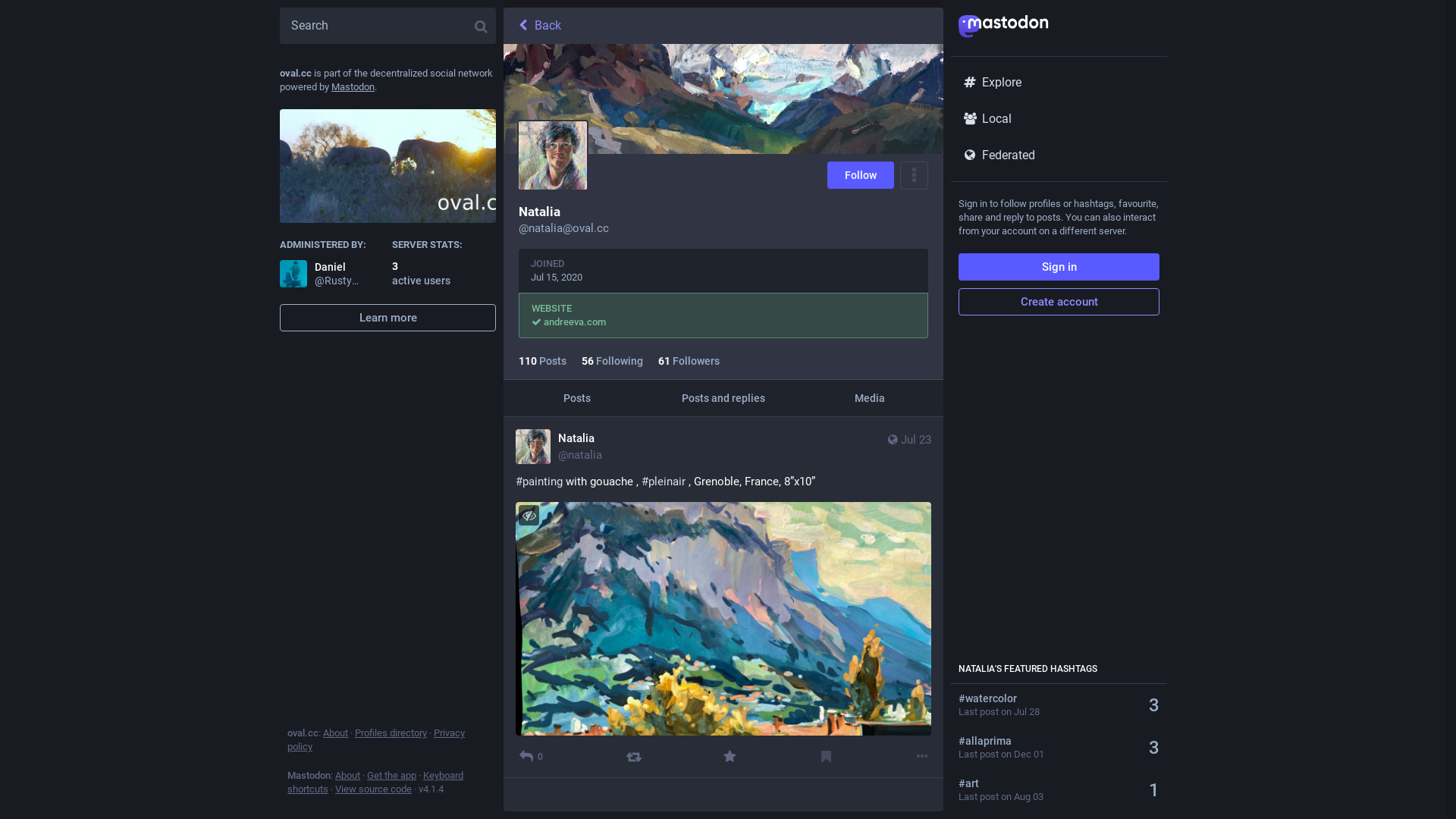 This screenshot has height=819, width=1456. I want to click on 'Natalia, so click(558, 446).